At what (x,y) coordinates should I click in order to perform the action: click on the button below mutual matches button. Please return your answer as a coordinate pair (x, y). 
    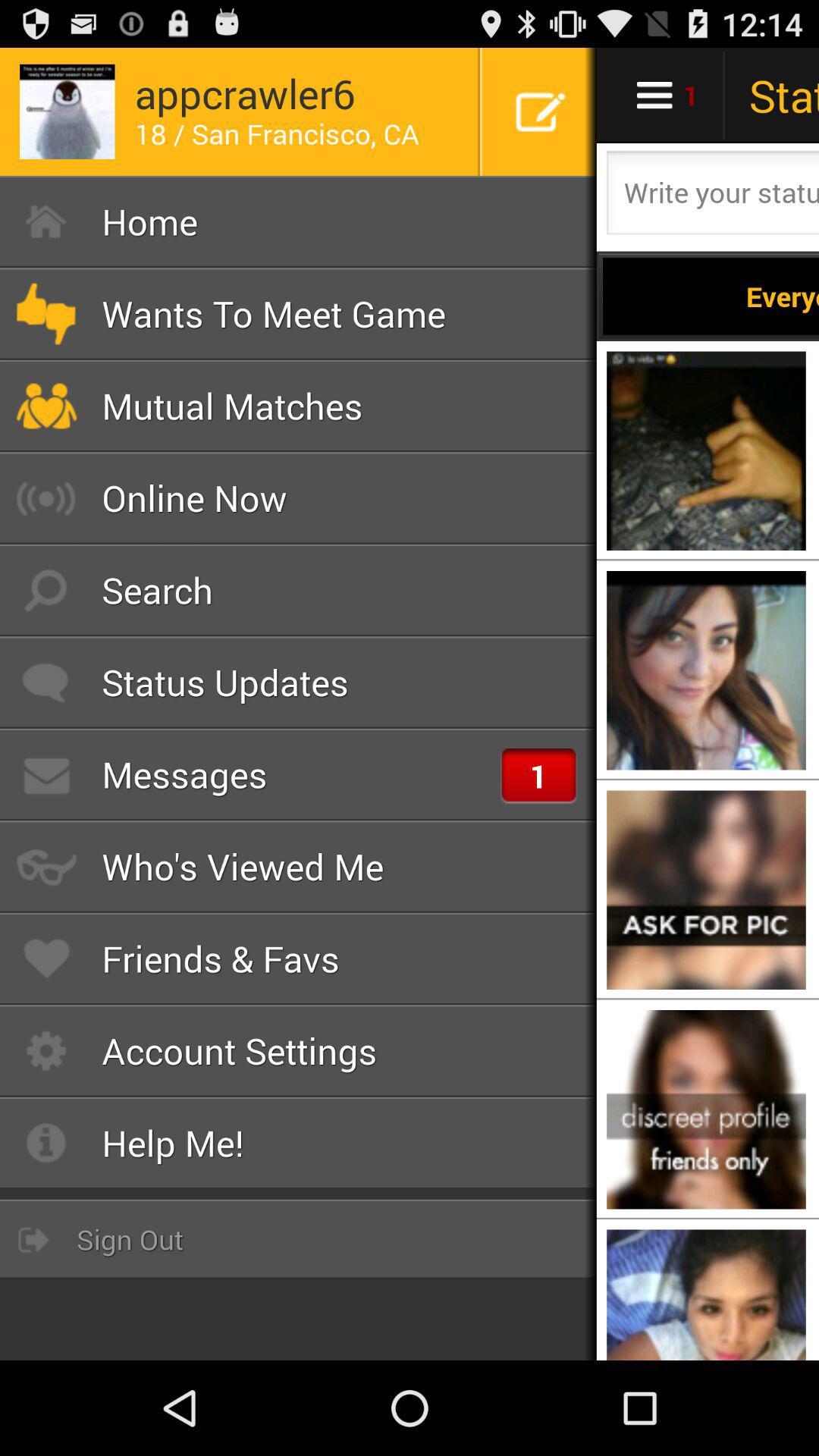
    Looking at the image, I should click on (298, 498).